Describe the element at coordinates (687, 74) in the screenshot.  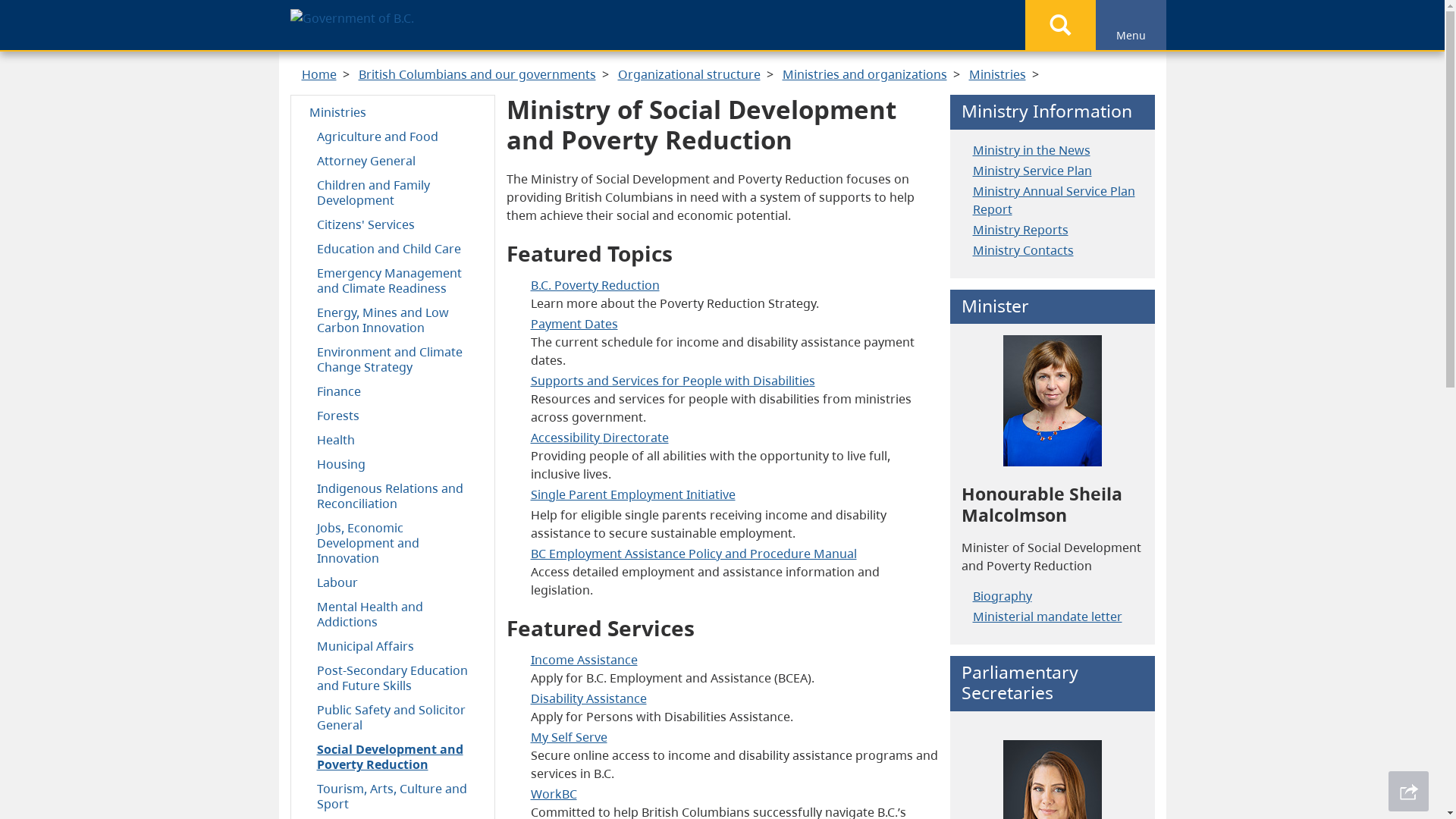
I see `'Organizational structure'` at that location.